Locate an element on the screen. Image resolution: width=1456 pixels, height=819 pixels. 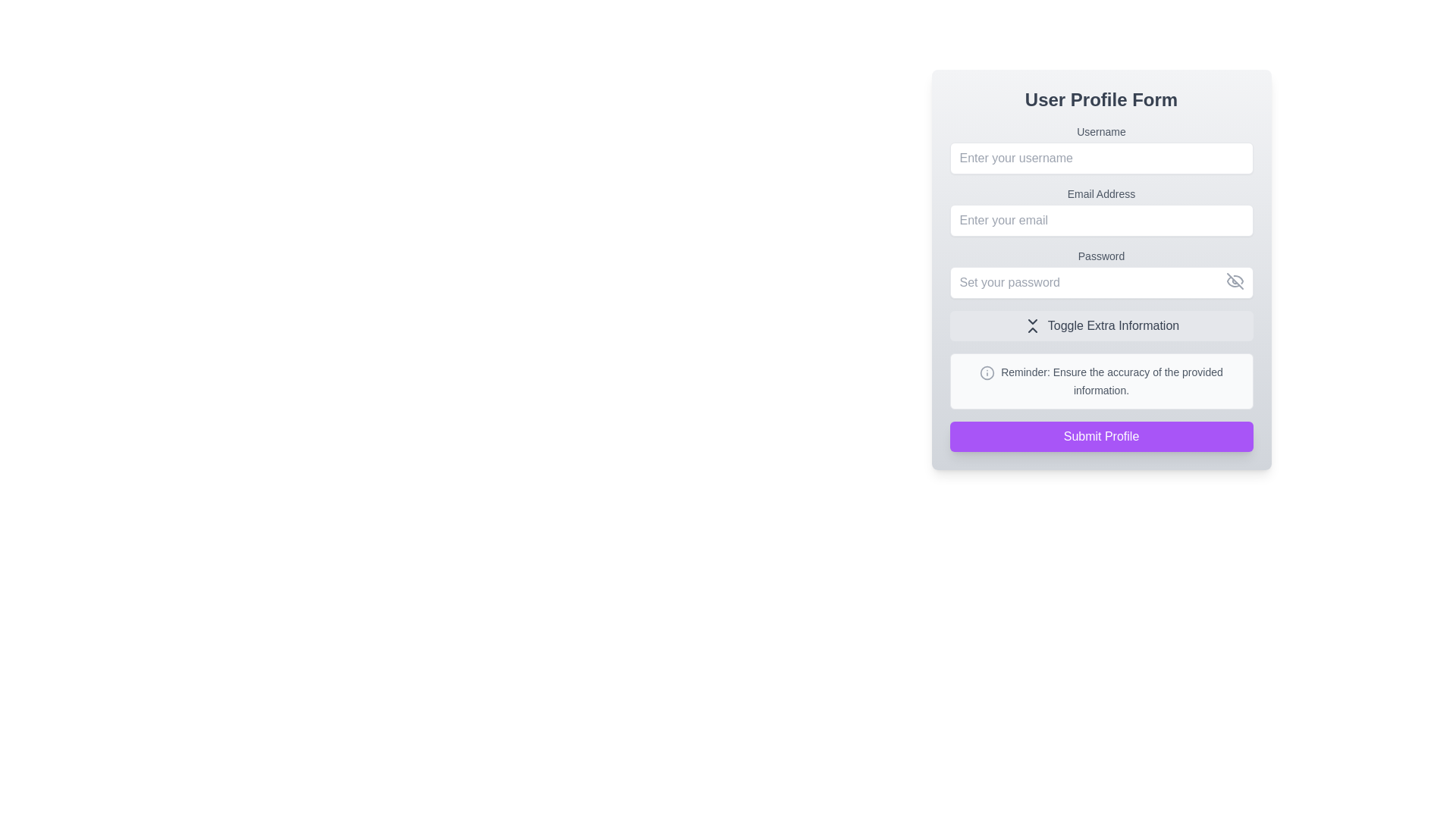
the eye icon button located inside the password input field, to the far right is located at coordinates (1235, 281).